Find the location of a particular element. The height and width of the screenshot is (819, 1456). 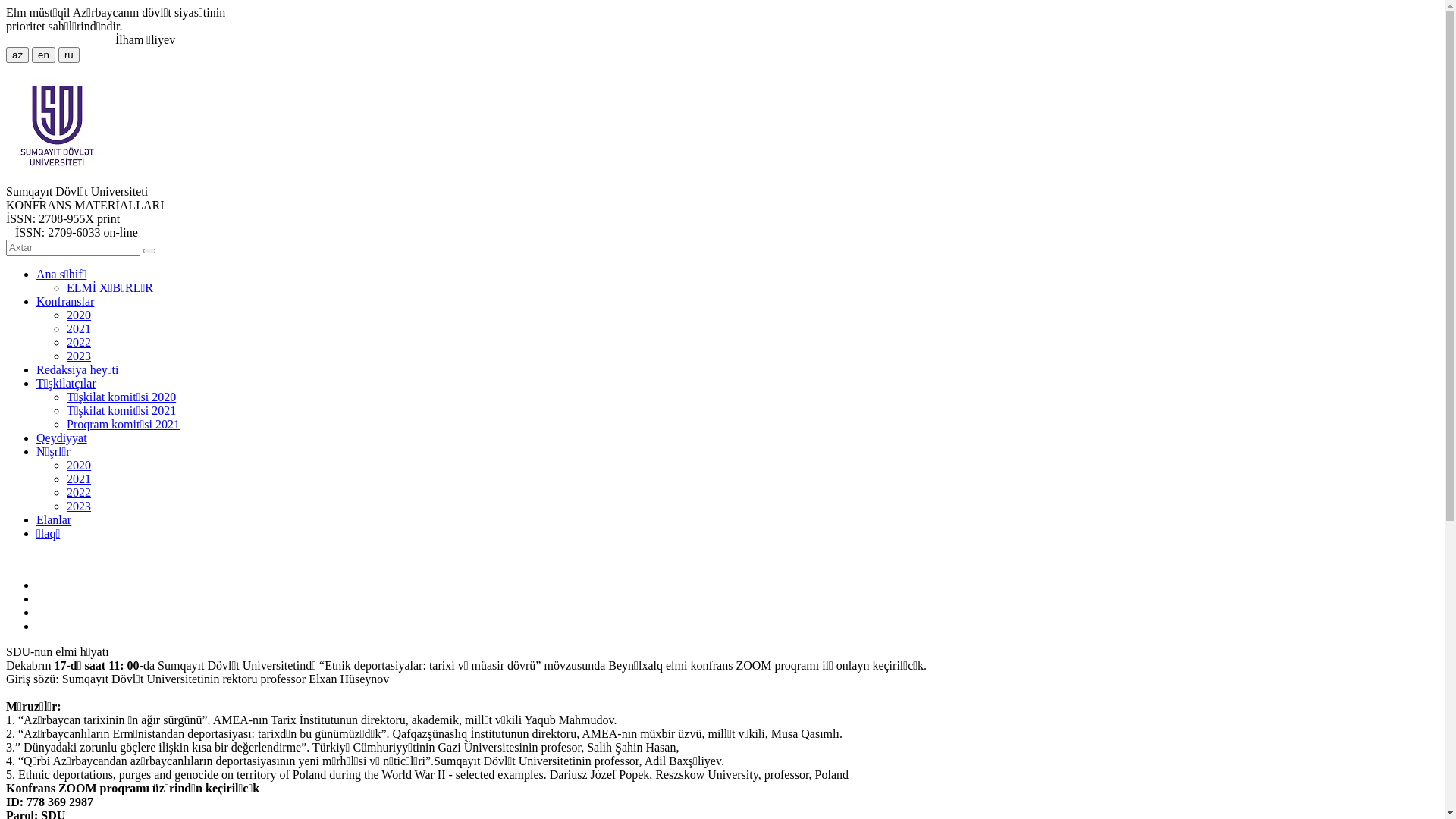

'2021' is located at coordinates (78, 479).